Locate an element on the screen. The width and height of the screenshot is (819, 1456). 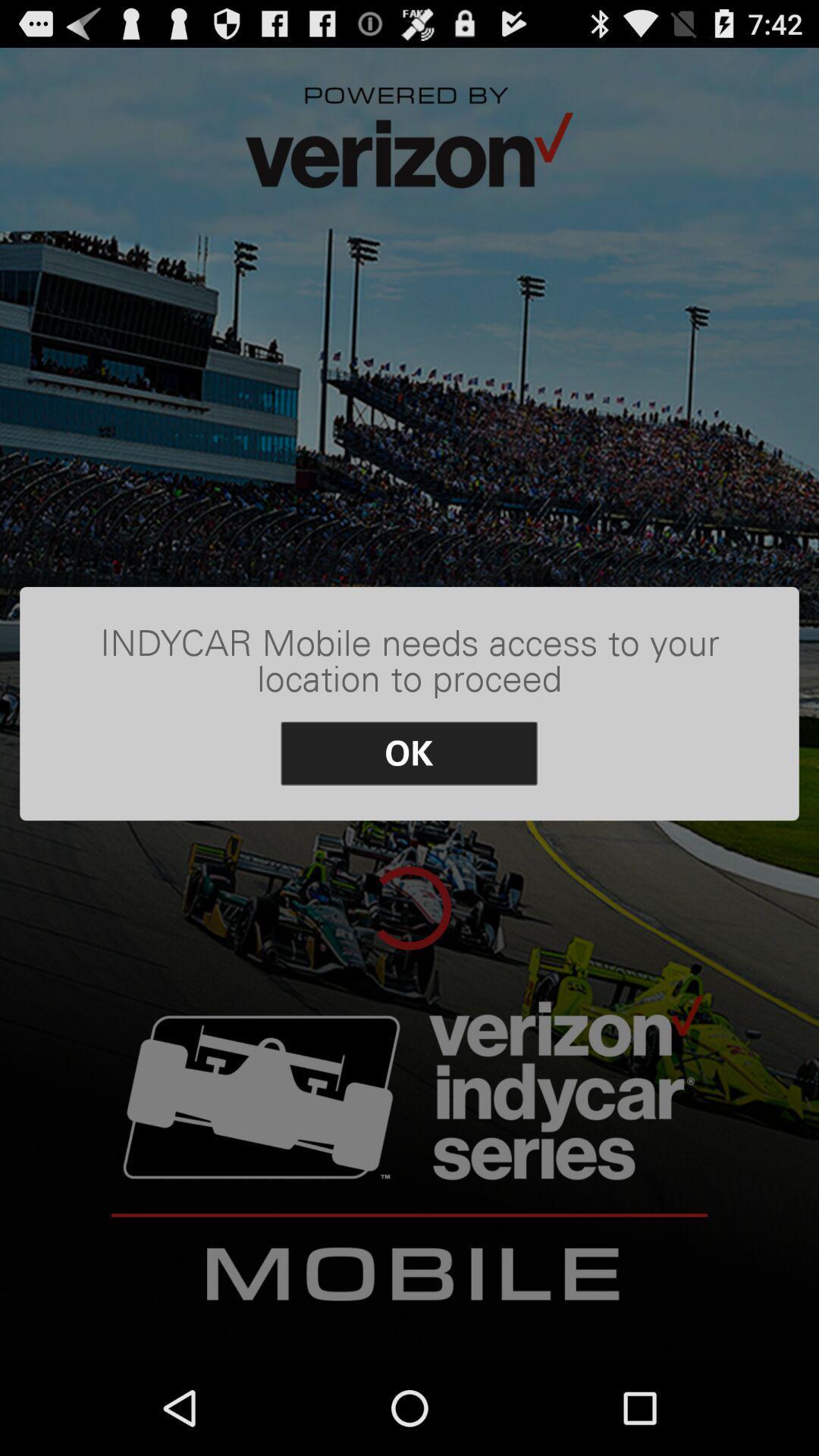
the ok item is located at coordinates (408, 753).